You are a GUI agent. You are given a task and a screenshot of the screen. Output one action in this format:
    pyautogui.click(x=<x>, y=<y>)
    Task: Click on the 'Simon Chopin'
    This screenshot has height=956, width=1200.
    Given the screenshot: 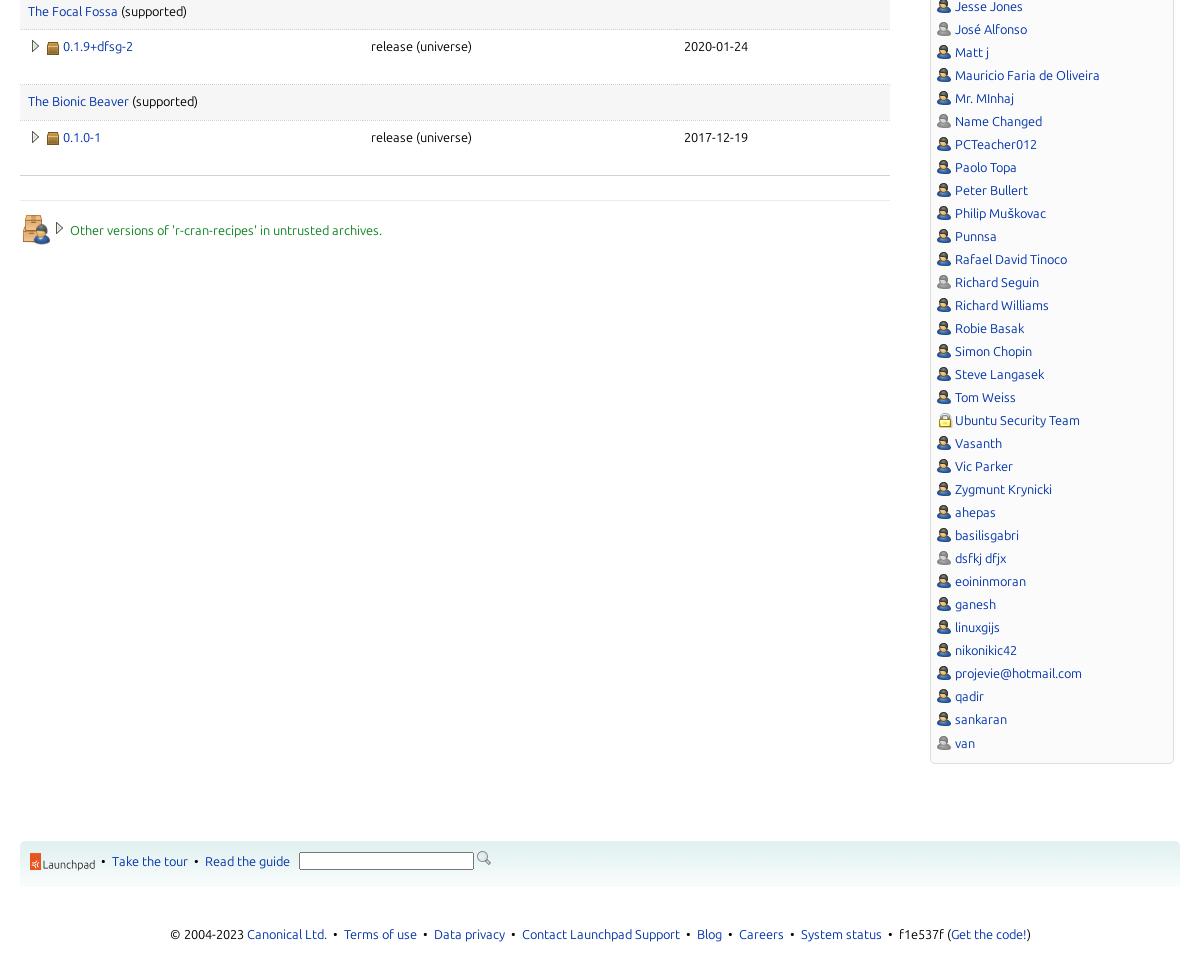 What is the action you would take?
    pyautogui.click(x=993, y=350)
    